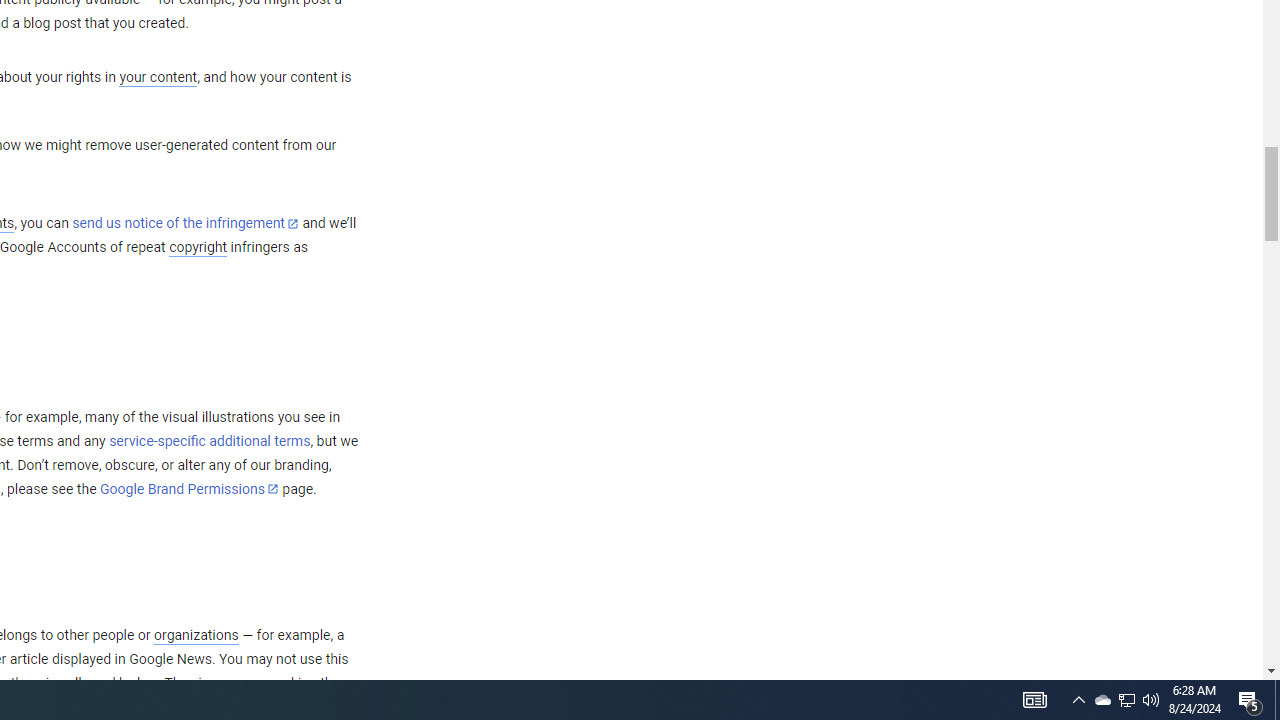  I want to click on 'your content', so click(157, 77).